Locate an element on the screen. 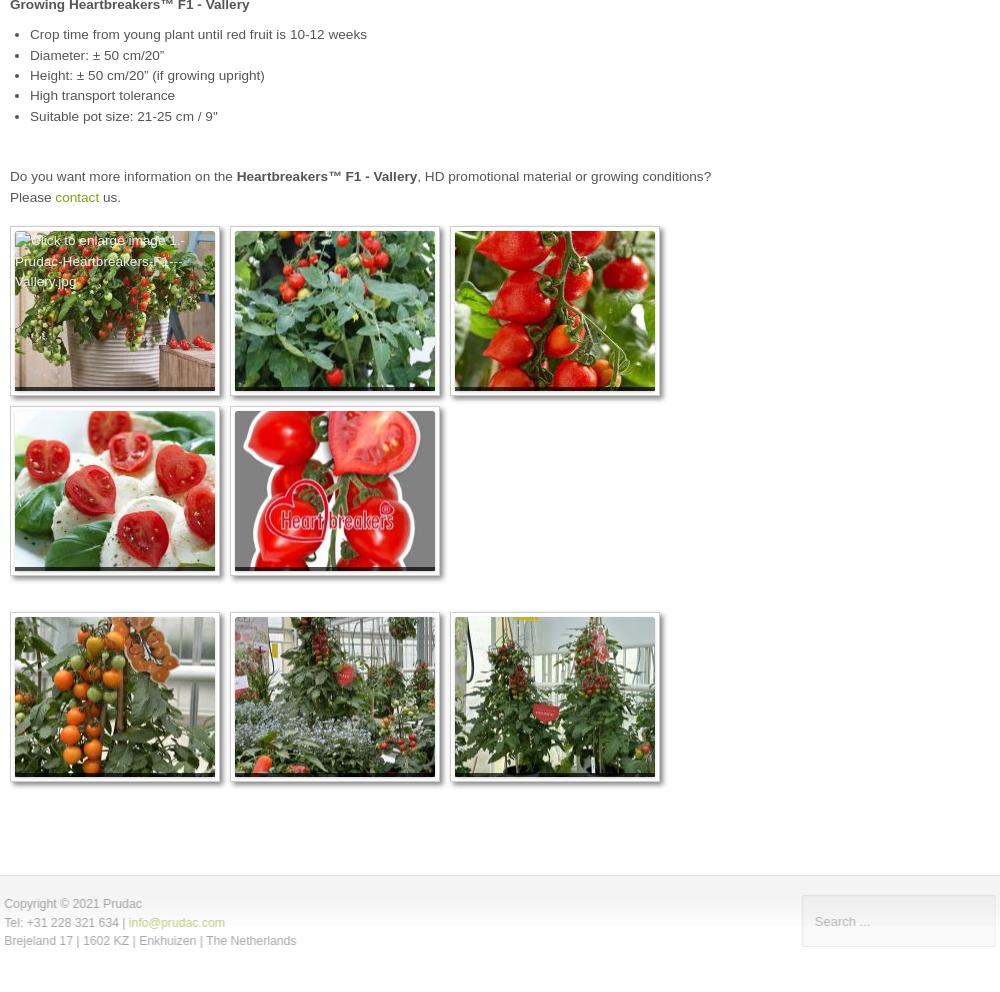 Image resolution: width=1000 pixels, height=992 pixels. 'Heartbreakers' is located at coordinates (282, 175).